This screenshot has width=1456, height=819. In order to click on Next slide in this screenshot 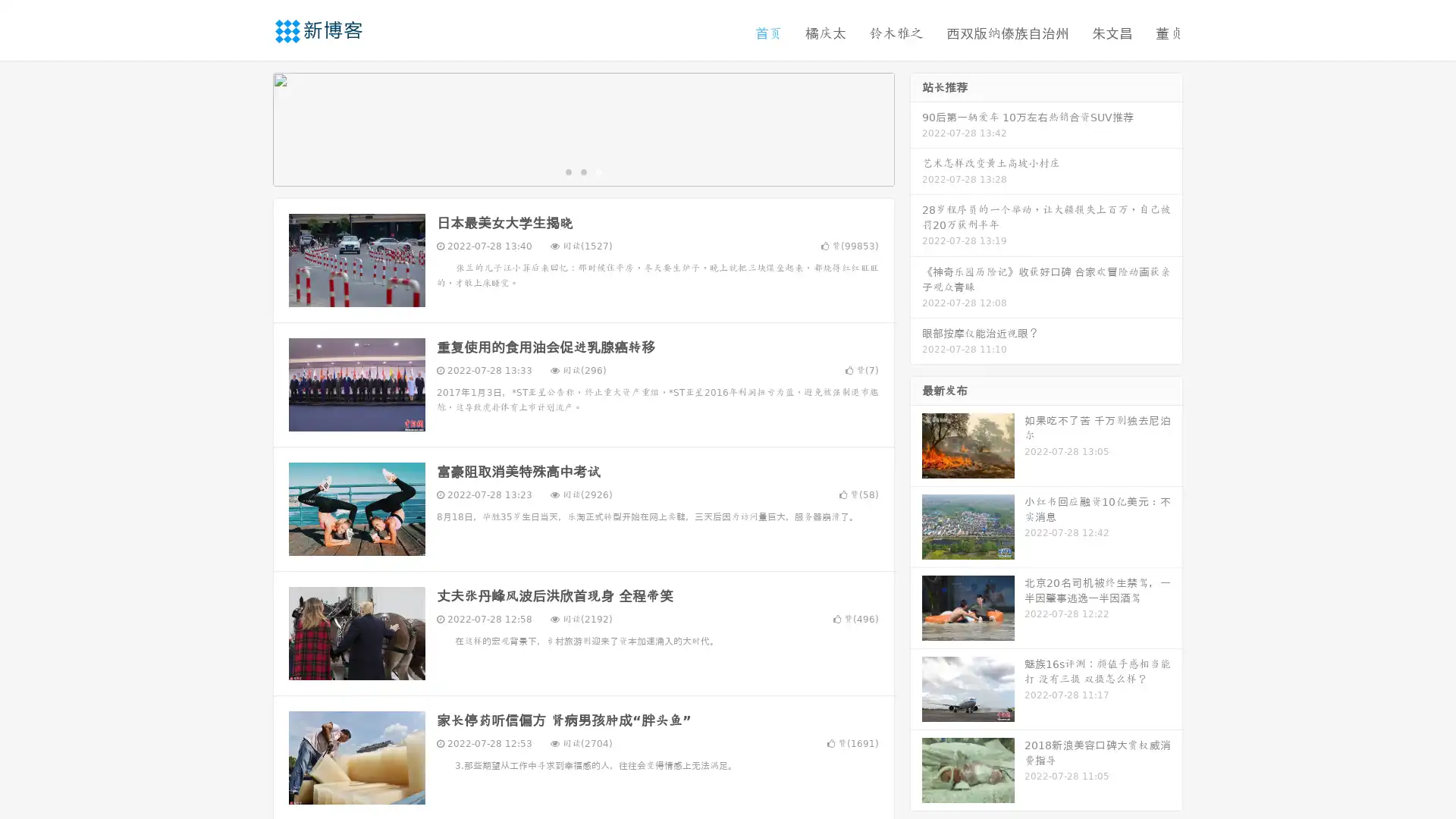, I will do `click(916, 127)`.